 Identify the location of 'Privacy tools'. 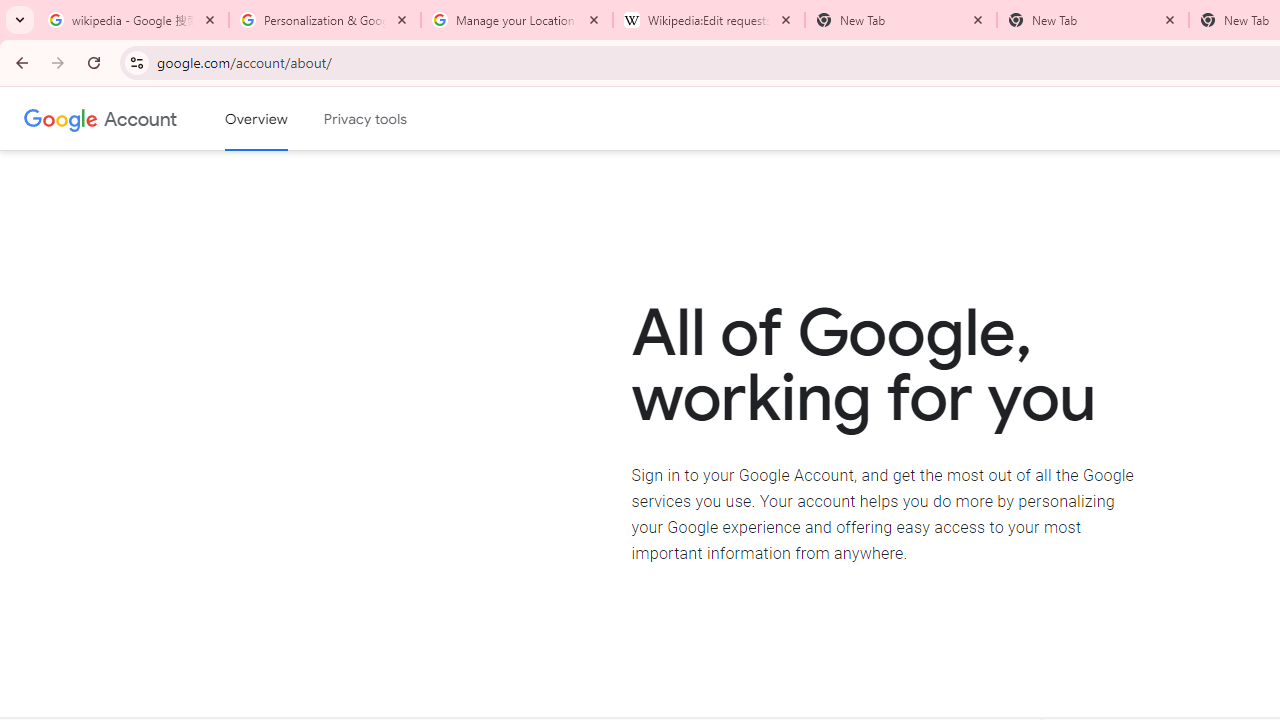
(366, 119).